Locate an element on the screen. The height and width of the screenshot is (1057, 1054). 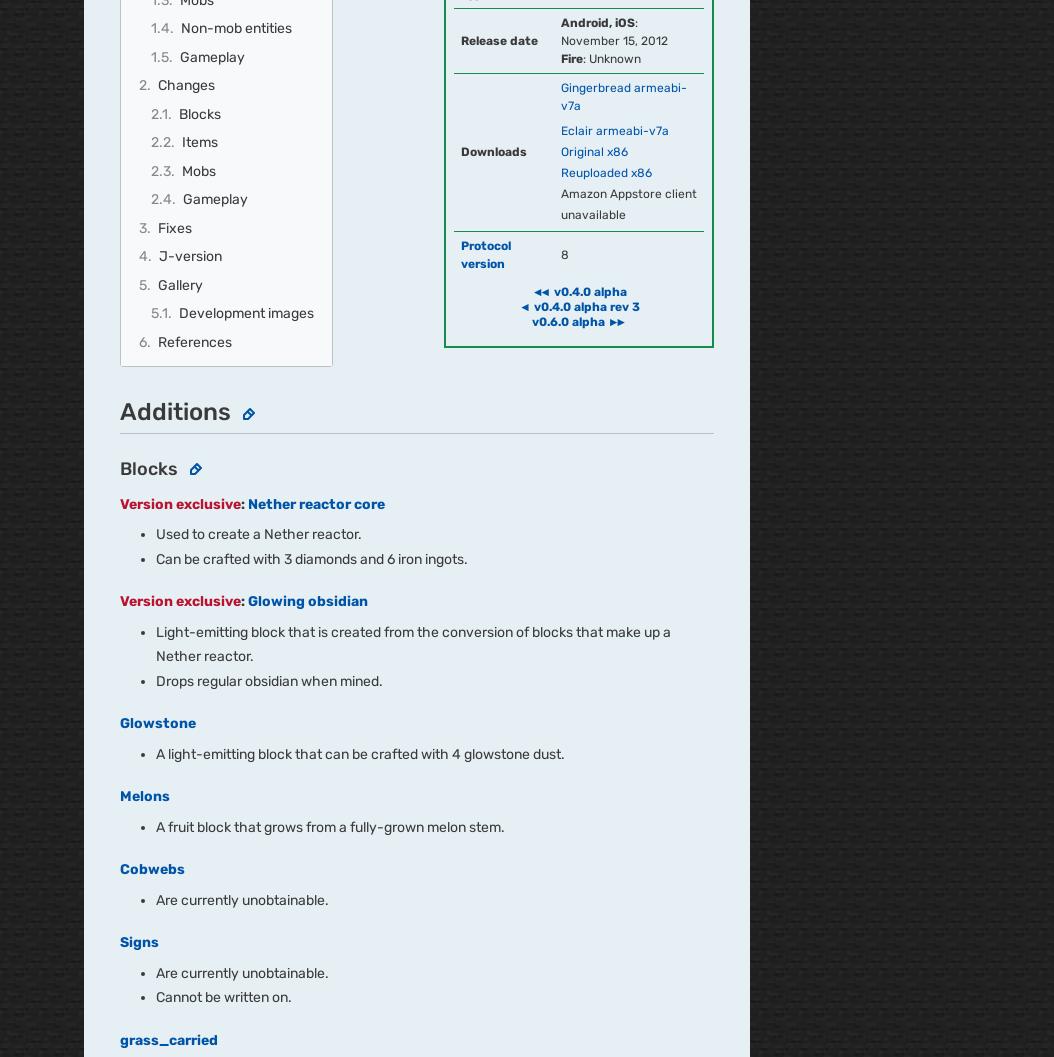
'Global Sitemap' is located at coordinates (478, 607).